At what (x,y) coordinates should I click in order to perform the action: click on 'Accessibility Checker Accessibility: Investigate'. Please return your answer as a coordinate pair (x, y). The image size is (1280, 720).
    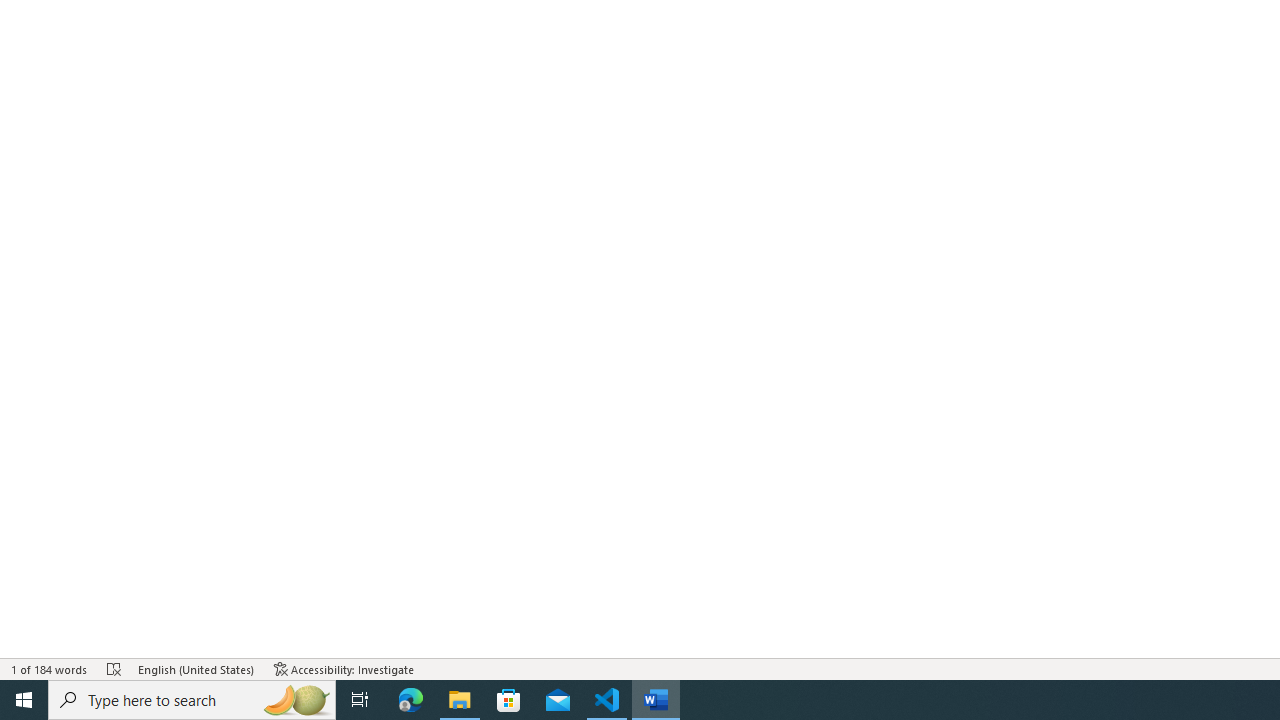
    Looking at the image, I should click on (344, 669).